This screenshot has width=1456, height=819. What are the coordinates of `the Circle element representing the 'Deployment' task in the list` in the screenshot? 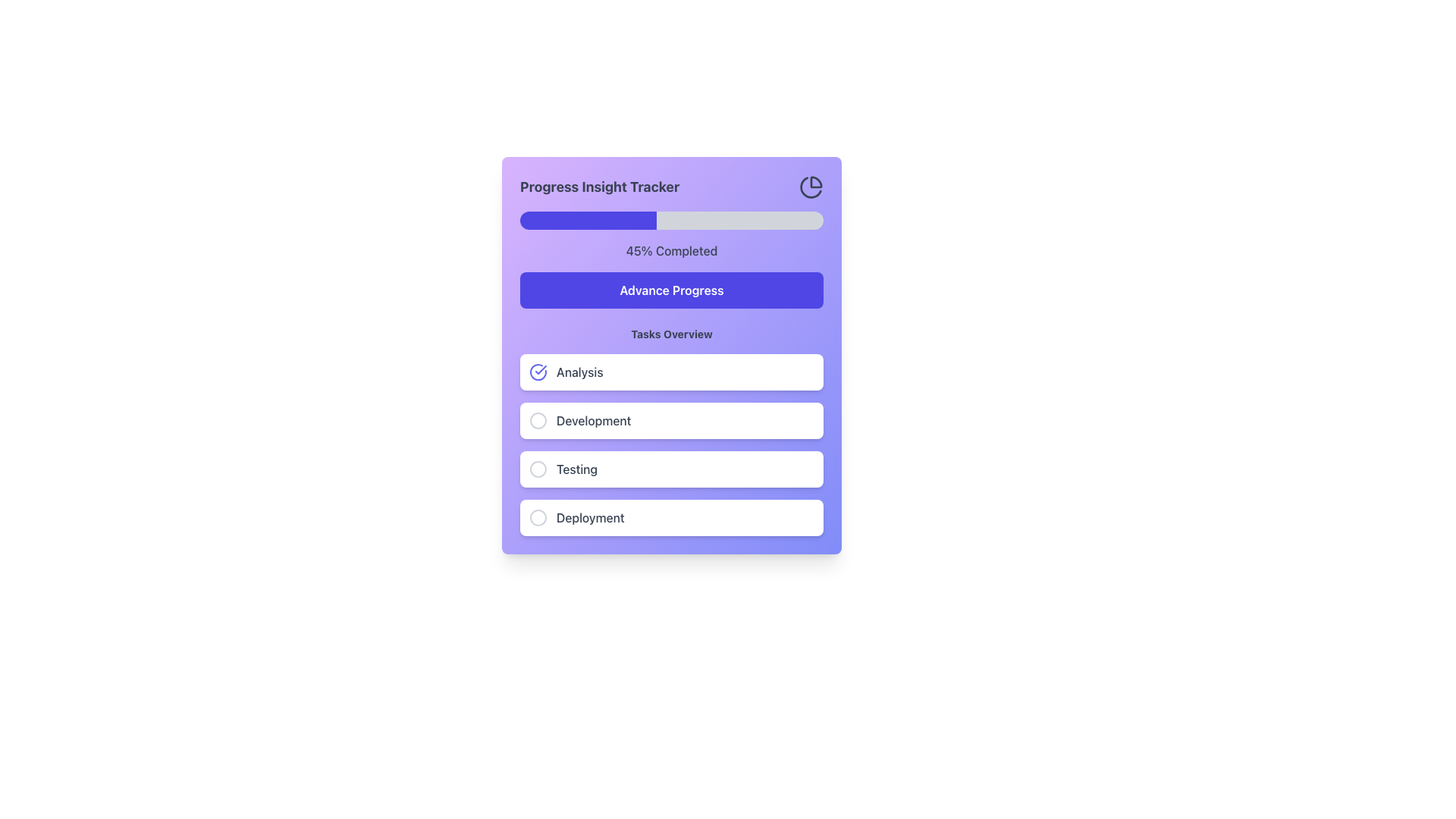 It's located at (538, 516).